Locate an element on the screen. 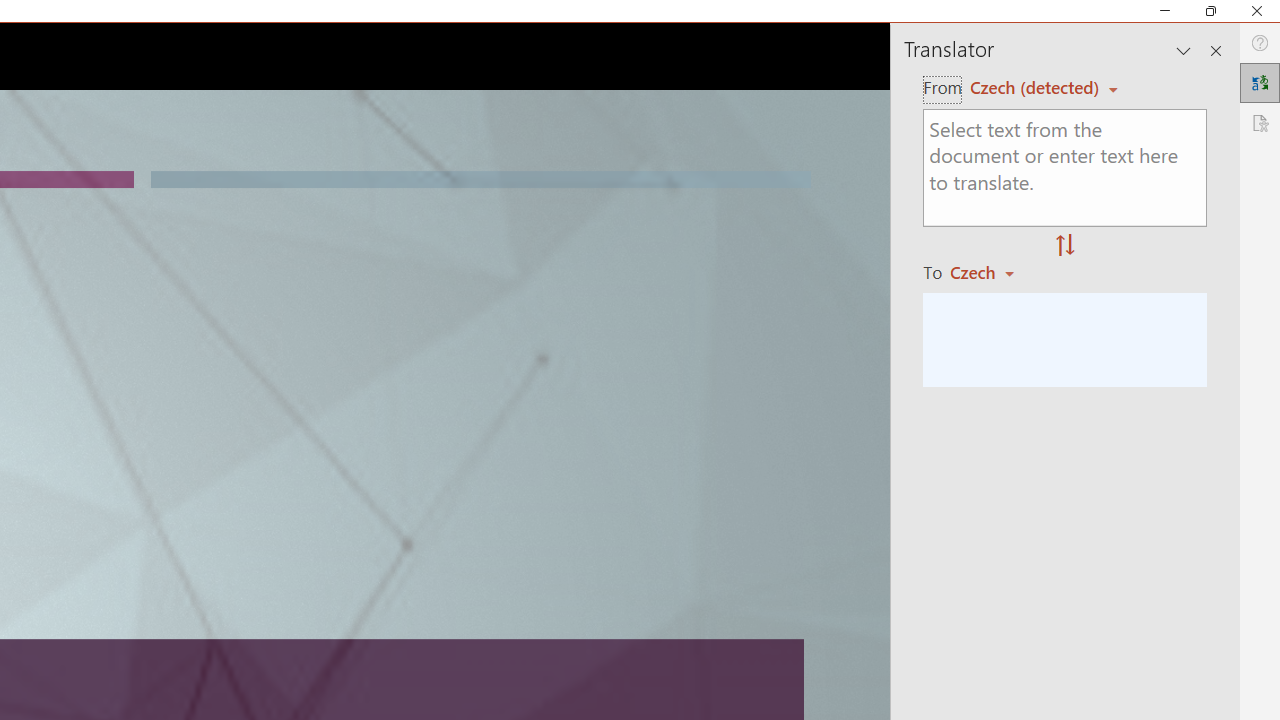 This screenshot has height=720, width=1280. 'Czech (detected)' is located at coordinates (1037, 86).